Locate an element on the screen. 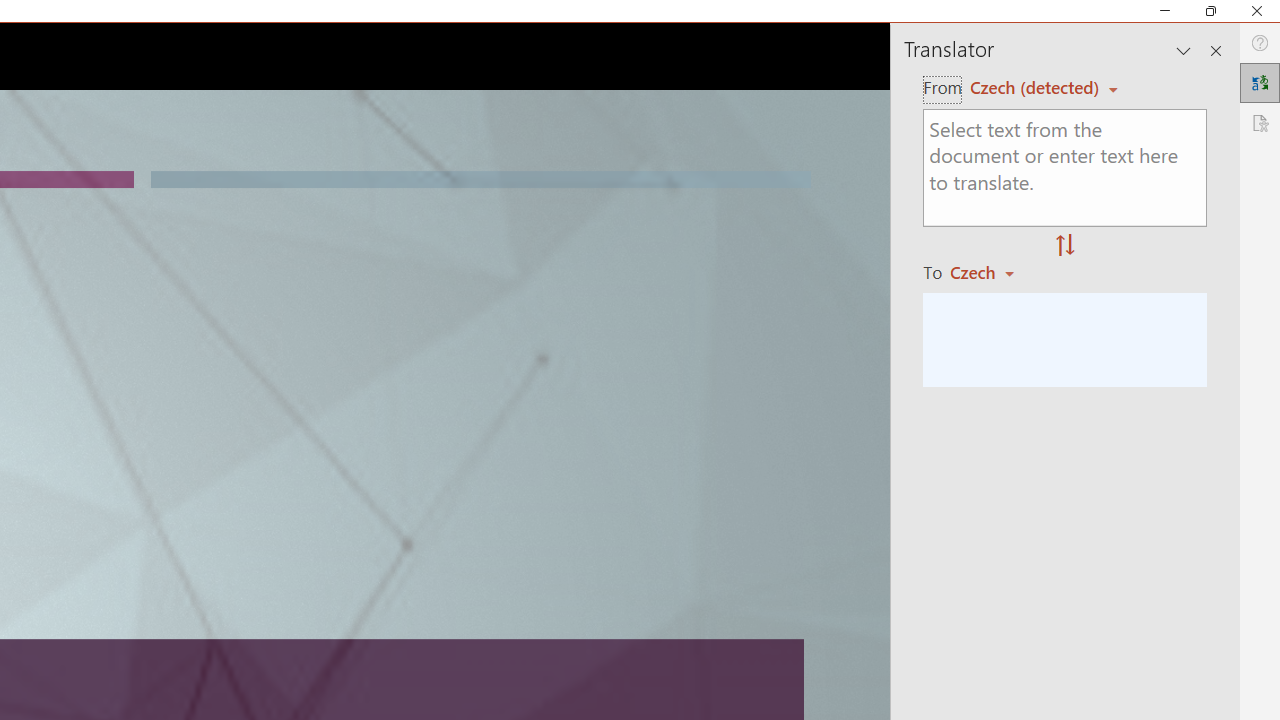 This screenshot has height=720, width=1280. 'Czech (detected)' is located at coordinates (1037, 86).